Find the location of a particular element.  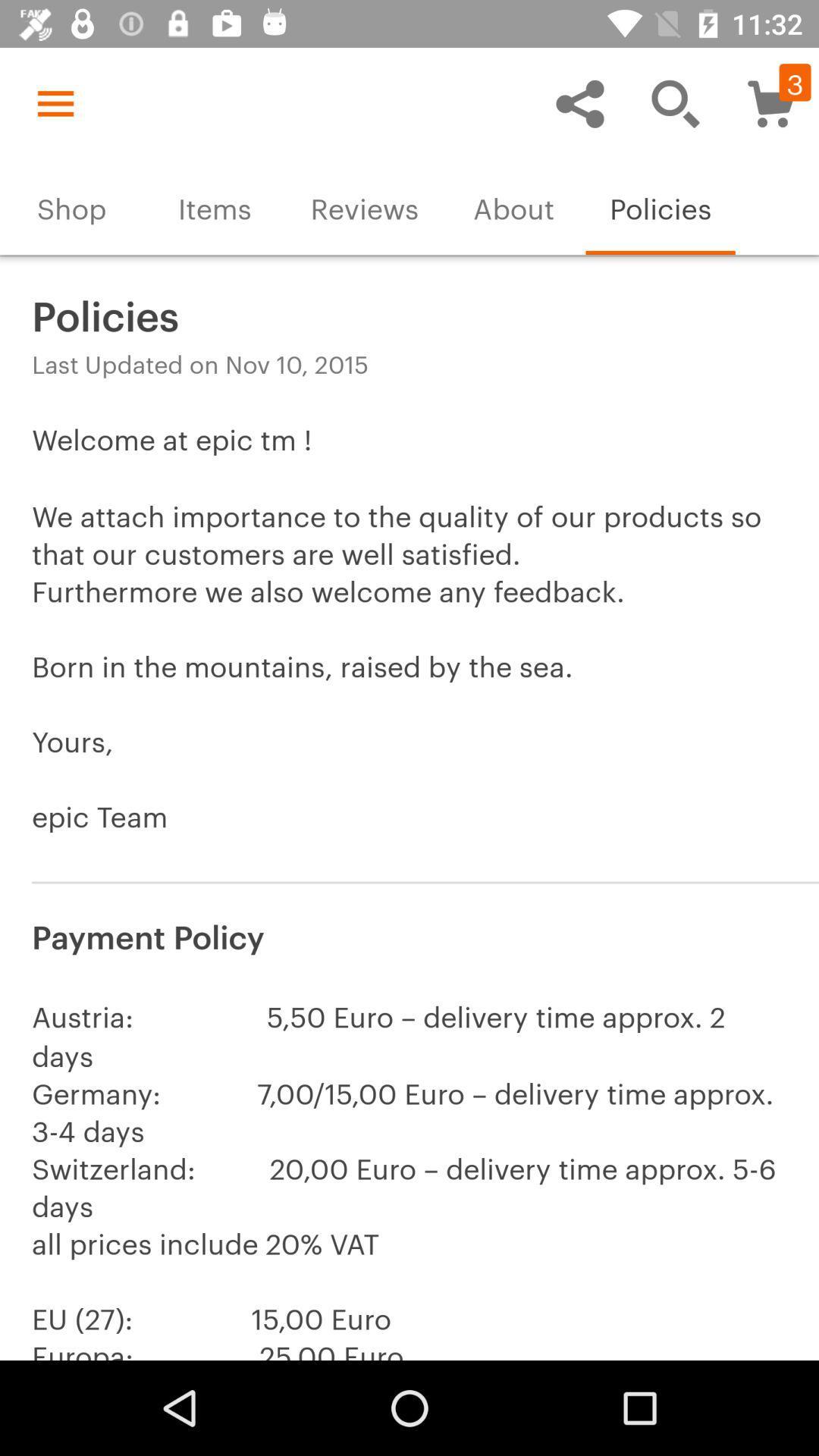

the item above about icon is located at coordinates (579, 102).